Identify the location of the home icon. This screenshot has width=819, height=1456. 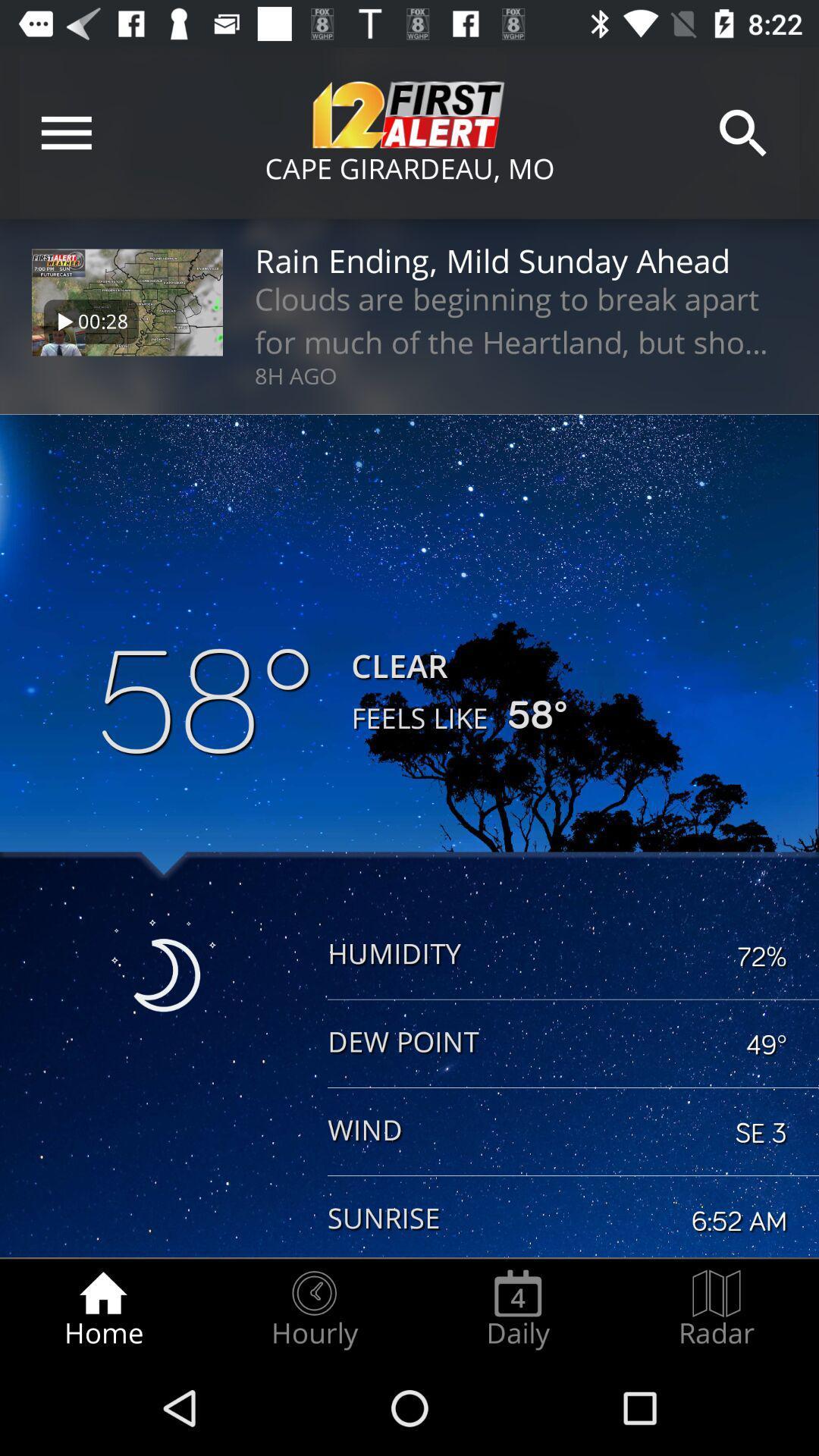
(102, 1309).